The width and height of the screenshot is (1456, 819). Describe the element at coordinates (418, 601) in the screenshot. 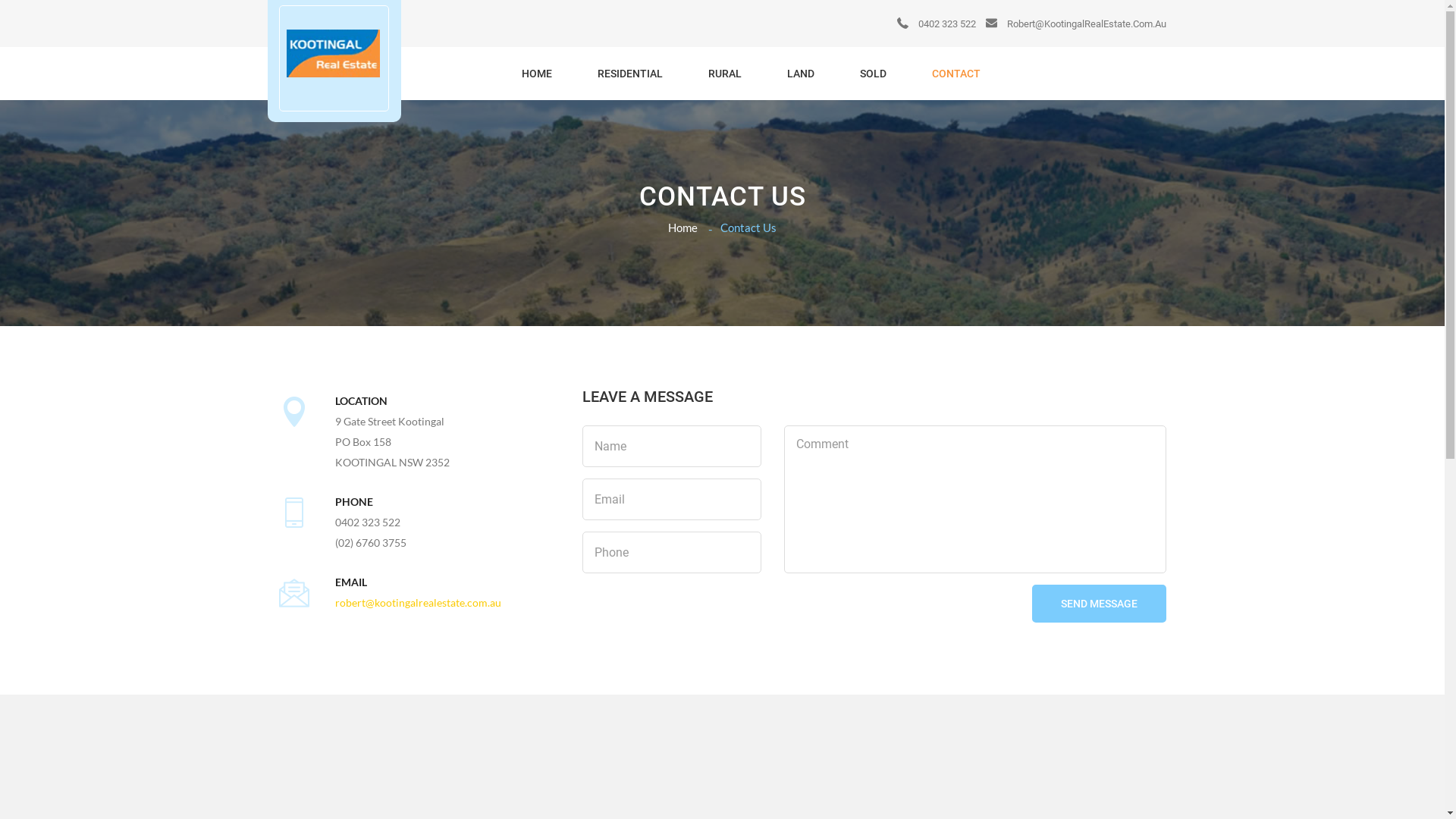

I see `'robert@kootingalrealestate.com.au'` at that location.